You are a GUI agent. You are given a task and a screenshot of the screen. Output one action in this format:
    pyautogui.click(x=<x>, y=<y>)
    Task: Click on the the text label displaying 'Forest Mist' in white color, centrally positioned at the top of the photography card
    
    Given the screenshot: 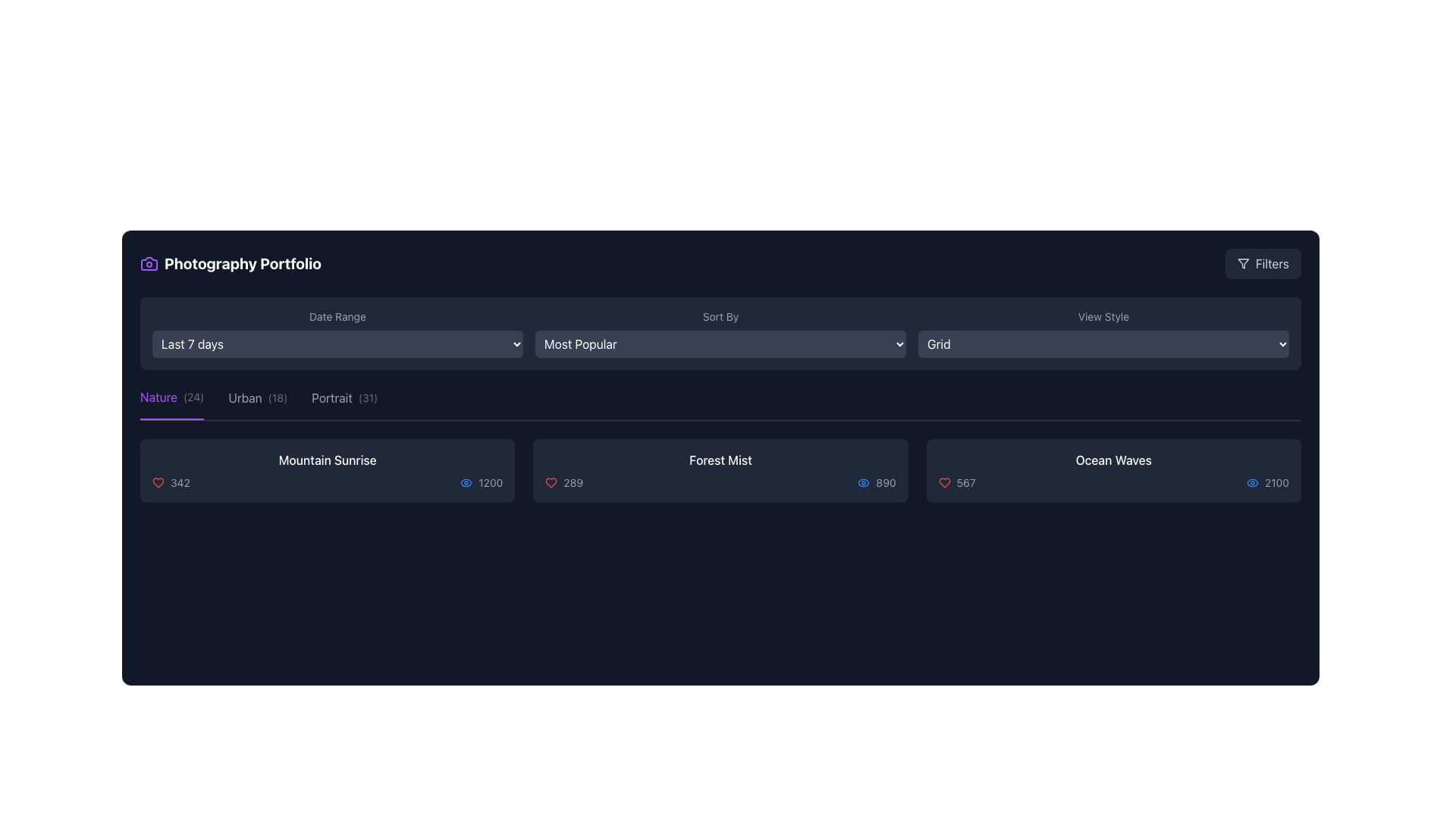 What is the action you would take?
    pyautogui.click(x=720, y=459)
    